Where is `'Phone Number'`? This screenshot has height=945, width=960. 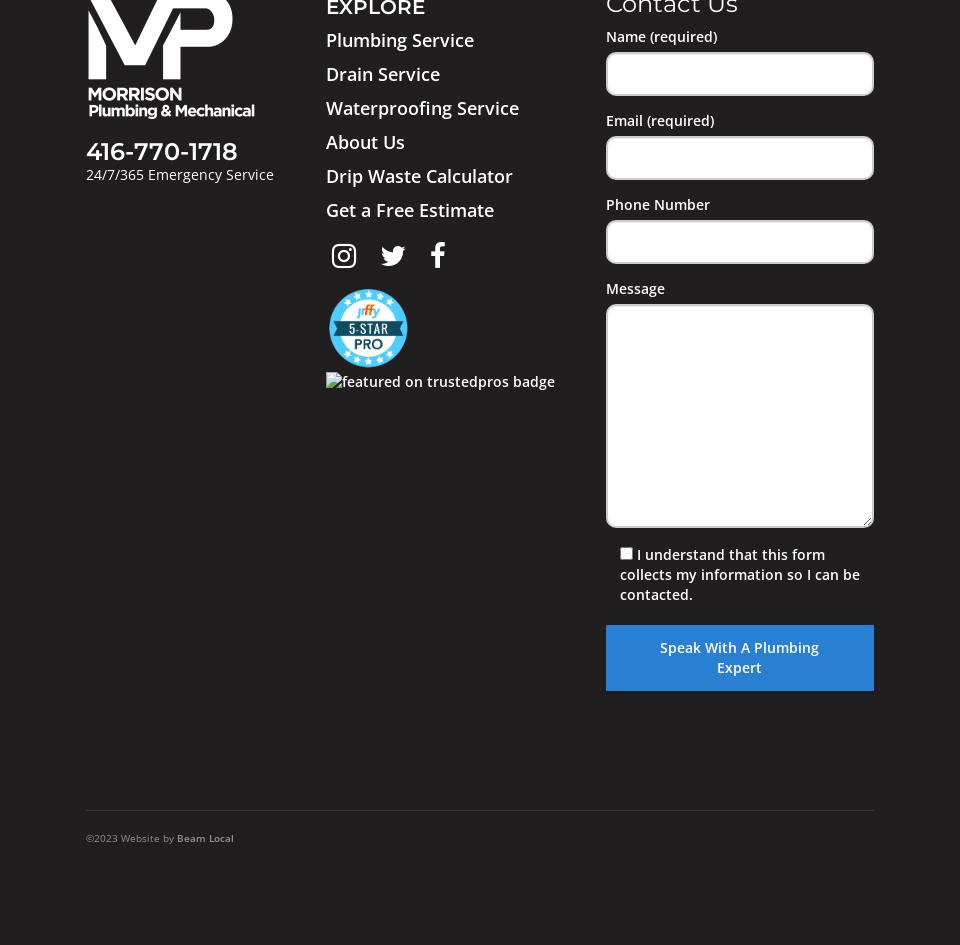
'Phone Number' is located at coordinates (656, 203).